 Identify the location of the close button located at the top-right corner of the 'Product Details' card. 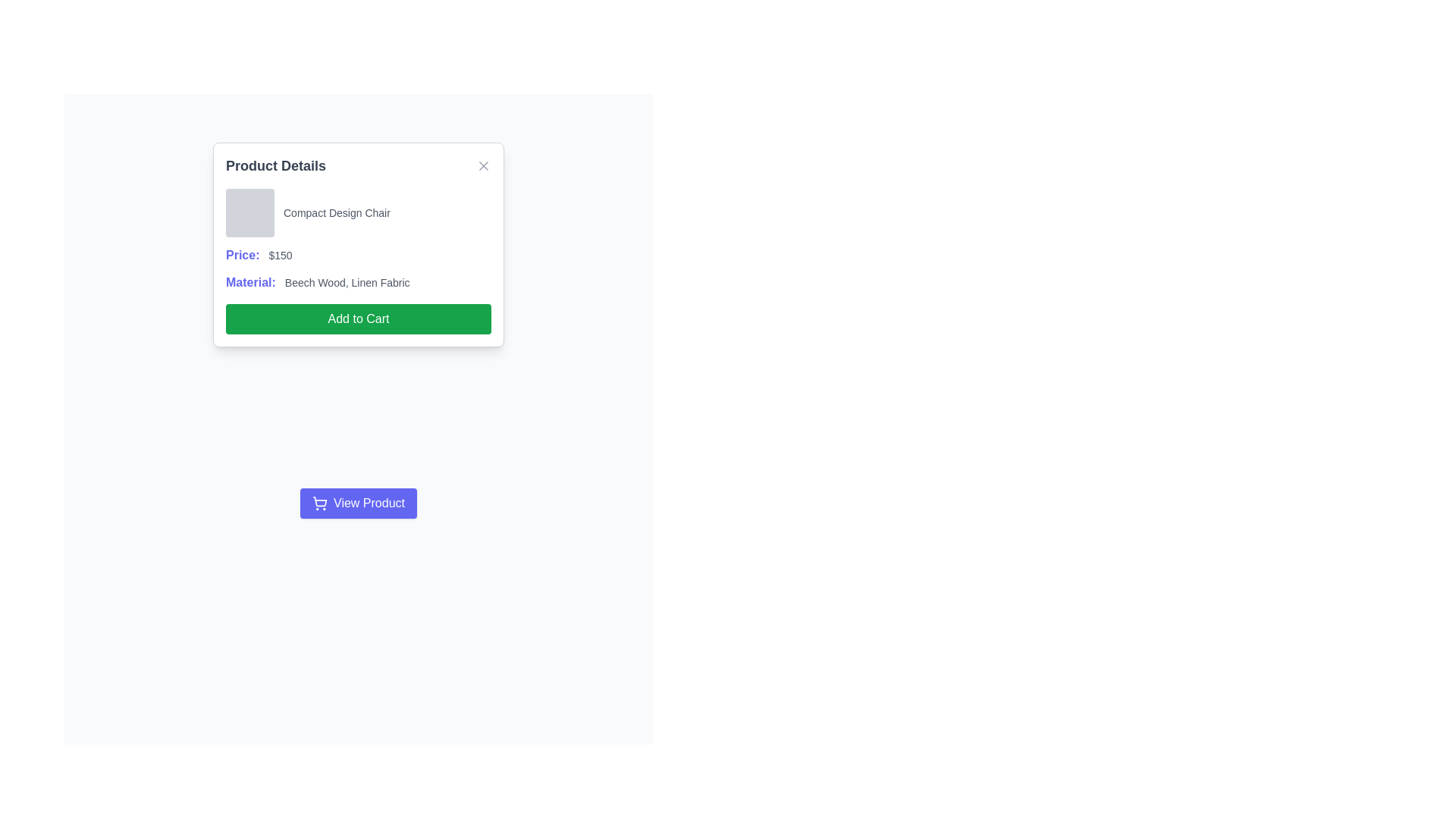
(483, 166).